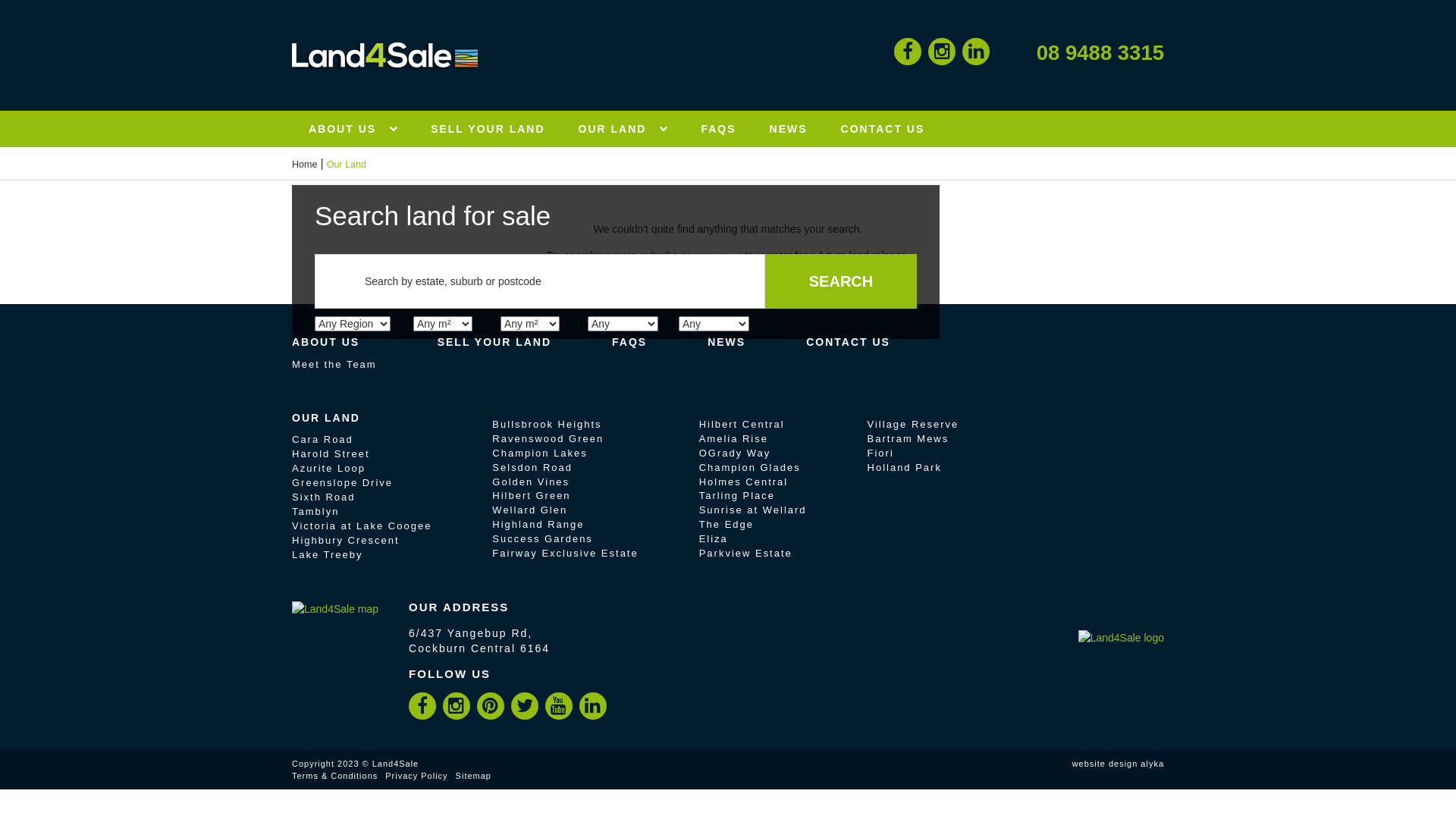  I want to click on 'Highland Range', so click(491, 523).